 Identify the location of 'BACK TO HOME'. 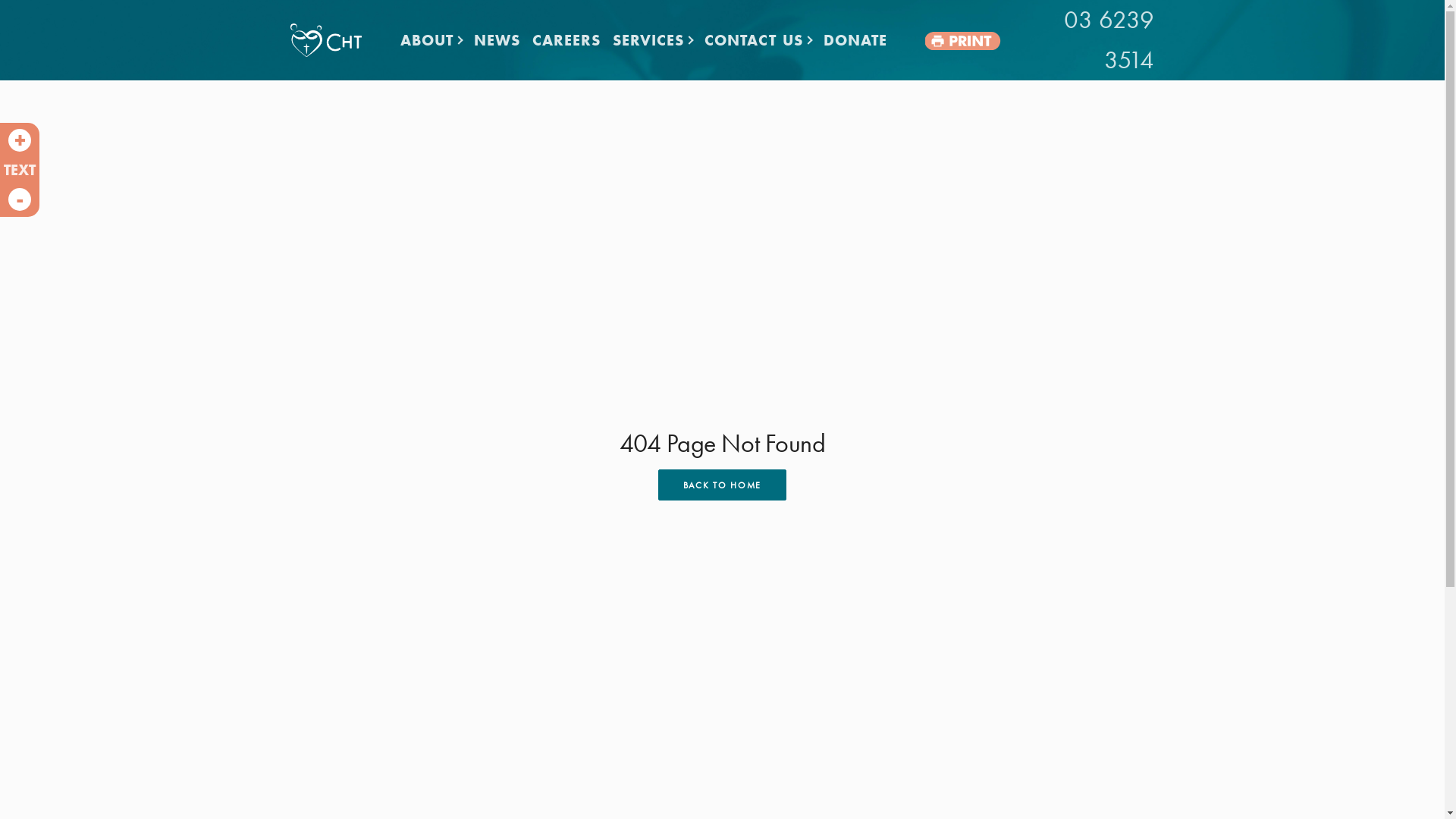
(721, 485).